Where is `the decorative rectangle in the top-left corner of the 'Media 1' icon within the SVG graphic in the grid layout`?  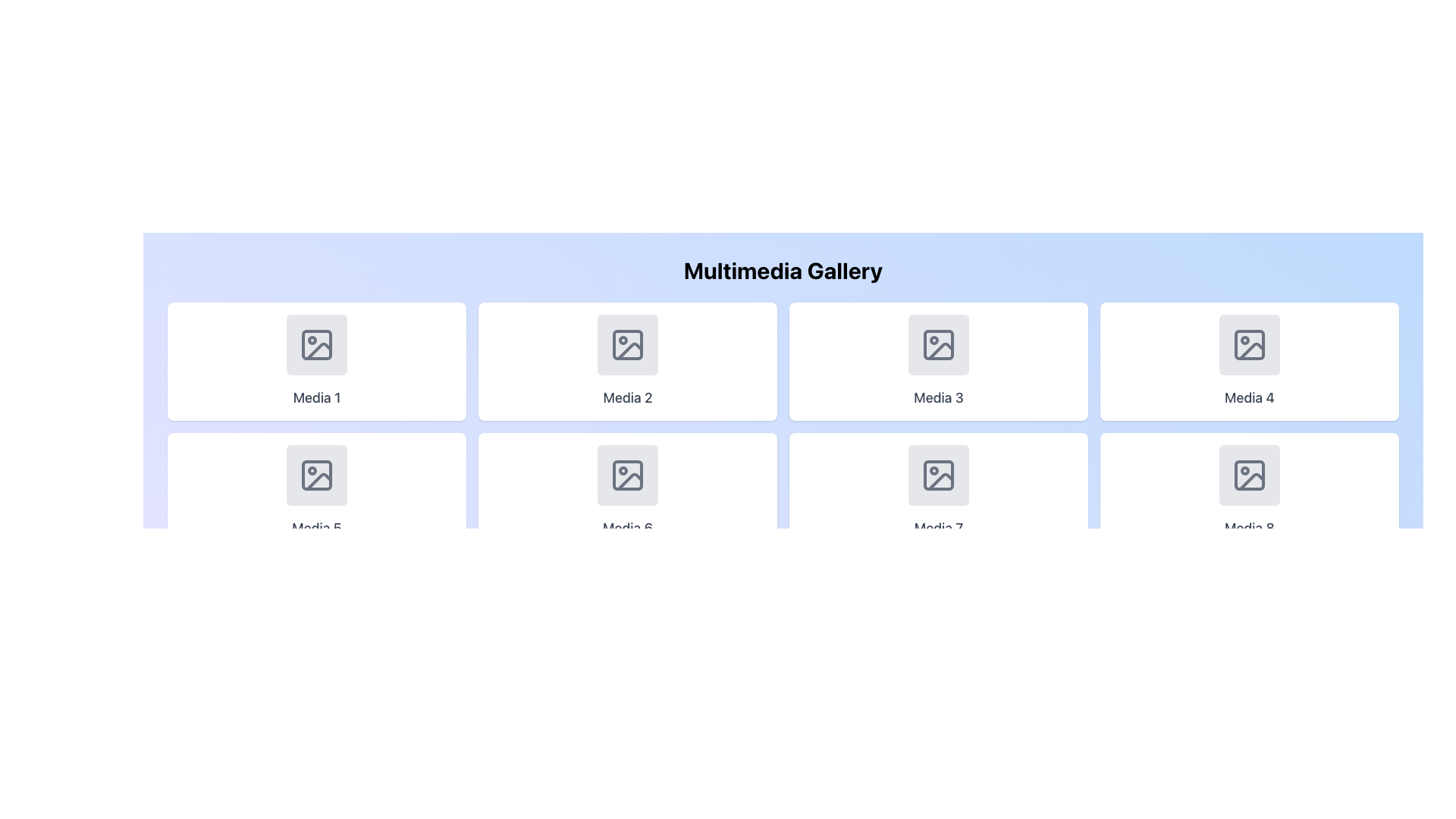
the decorative rectangle in the top-left corner of the 'Media 1' icon within the SVG graphic in the grid layout is located at coordinates (315, 345).